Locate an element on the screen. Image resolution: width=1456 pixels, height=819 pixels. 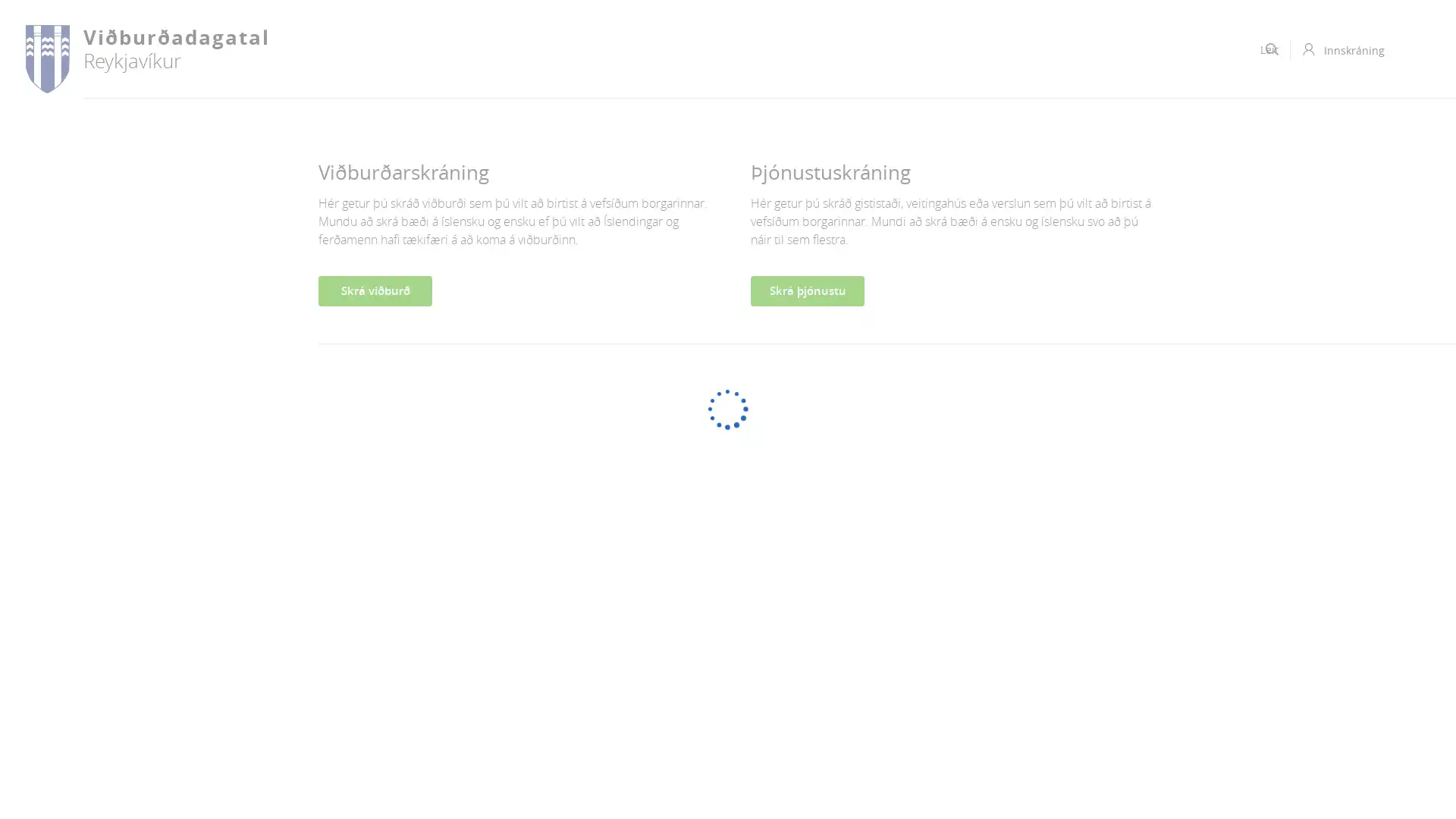
Skra vibur is located at coordinates (375, 291).